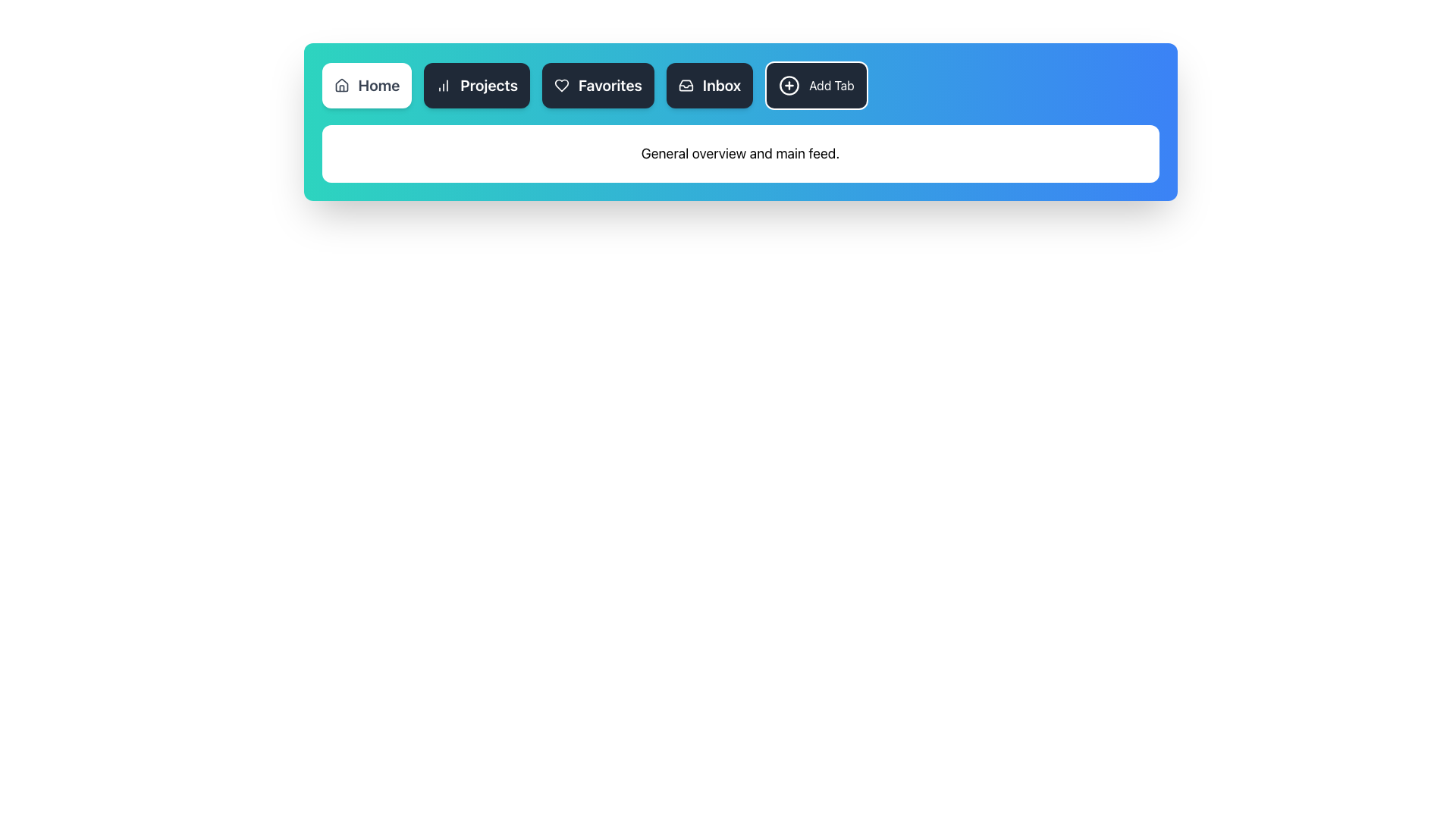 Image resolution: width=1456 pixels, height=819 pixels. What do you see at coordinates (443, 85) in the screenshot?
I see `the analytics icon located within the 'Projects' button, which is part of the navigation bar, positioned near the left side` at bounding box center [443, 85].